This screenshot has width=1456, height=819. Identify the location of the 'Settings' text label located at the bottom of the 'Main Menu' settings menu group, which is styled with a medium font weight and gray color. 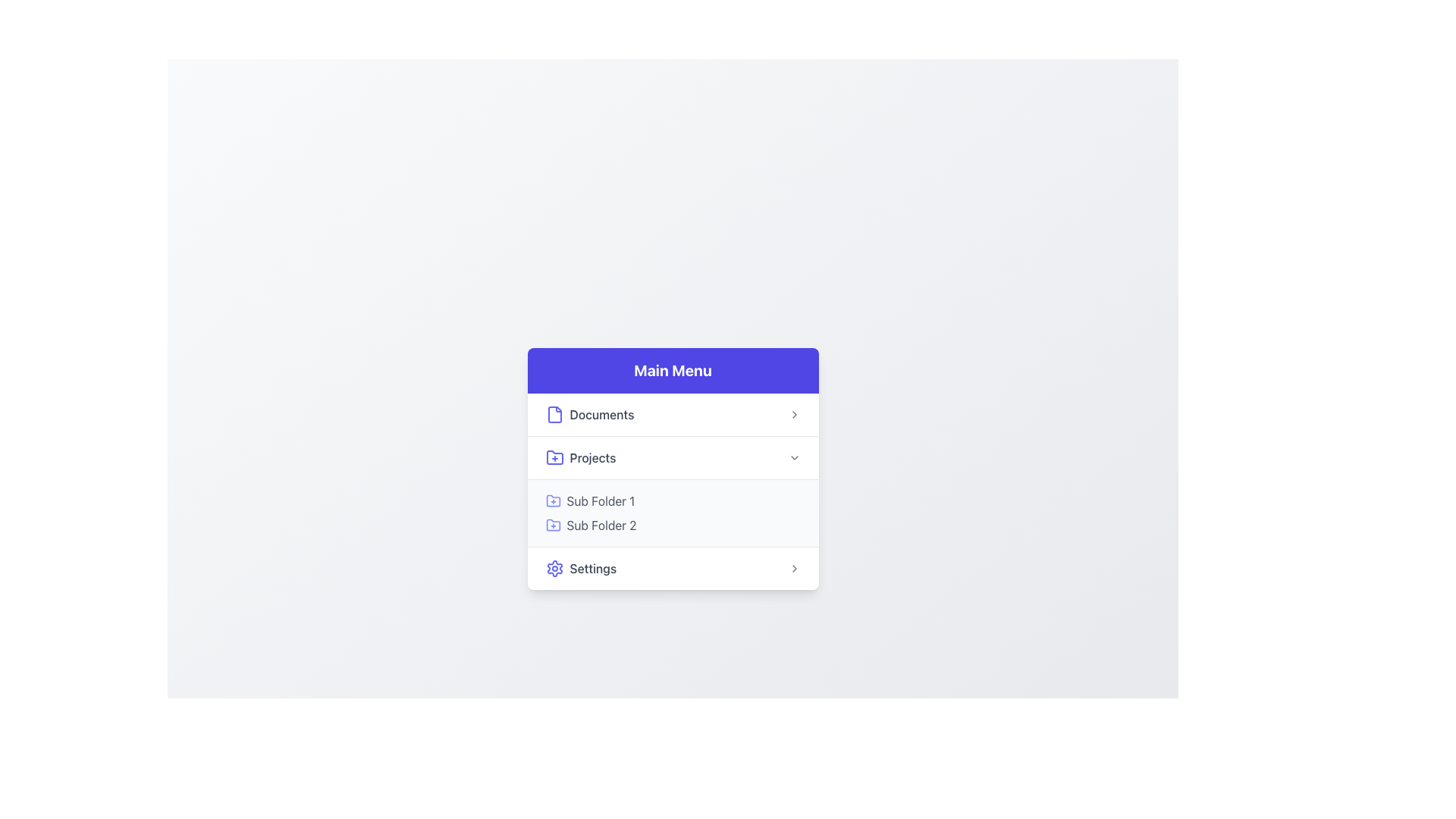
(592, 568).